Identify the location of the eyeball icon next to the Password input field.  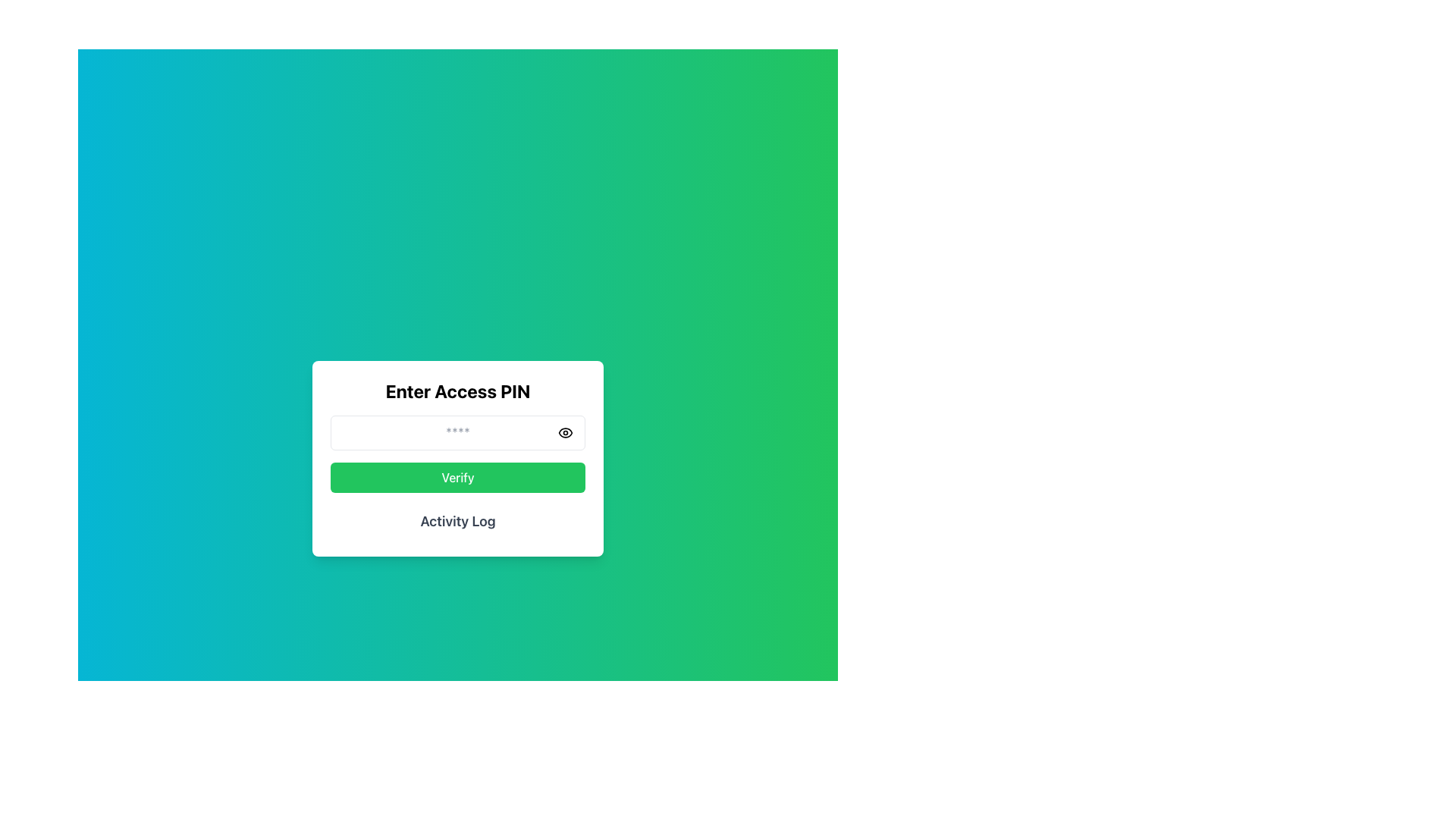
(457, 432).